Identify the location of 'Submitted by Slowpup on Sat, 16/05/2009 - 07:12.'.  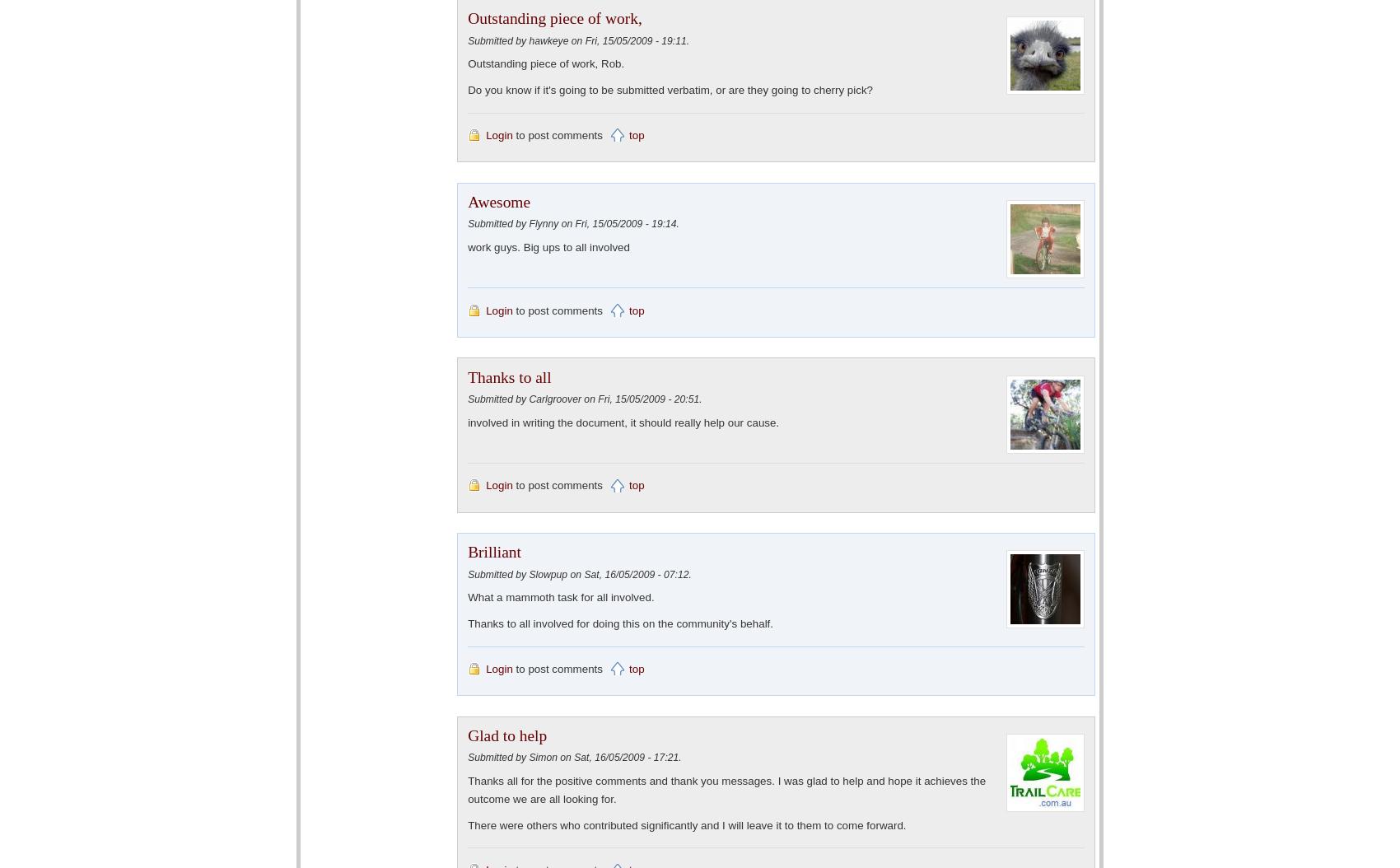
(579, 573).